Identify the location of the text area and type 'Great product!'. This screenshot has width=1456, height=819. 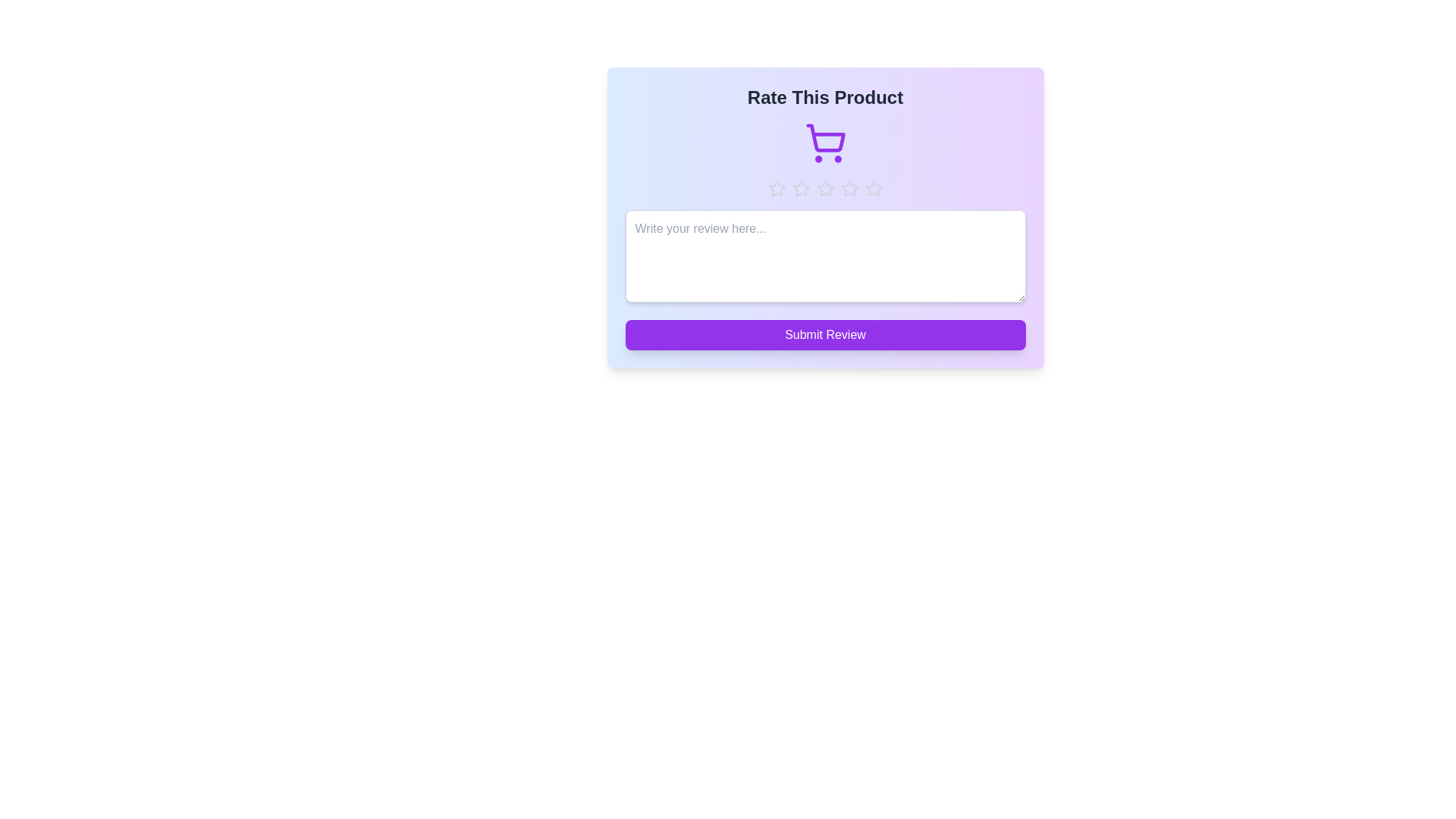
(824, 256).